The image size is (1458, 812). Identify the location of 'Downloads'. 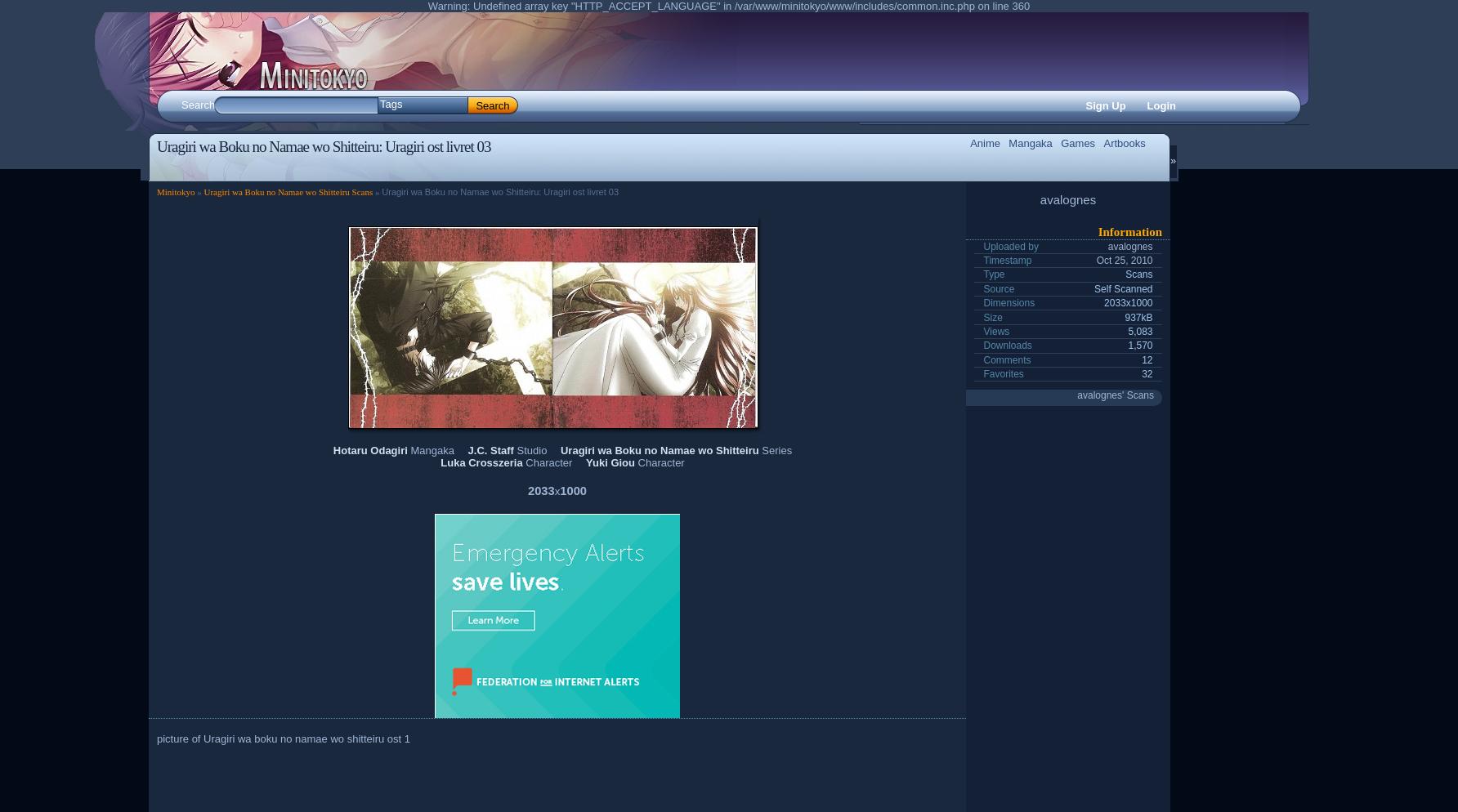
(982, 345).